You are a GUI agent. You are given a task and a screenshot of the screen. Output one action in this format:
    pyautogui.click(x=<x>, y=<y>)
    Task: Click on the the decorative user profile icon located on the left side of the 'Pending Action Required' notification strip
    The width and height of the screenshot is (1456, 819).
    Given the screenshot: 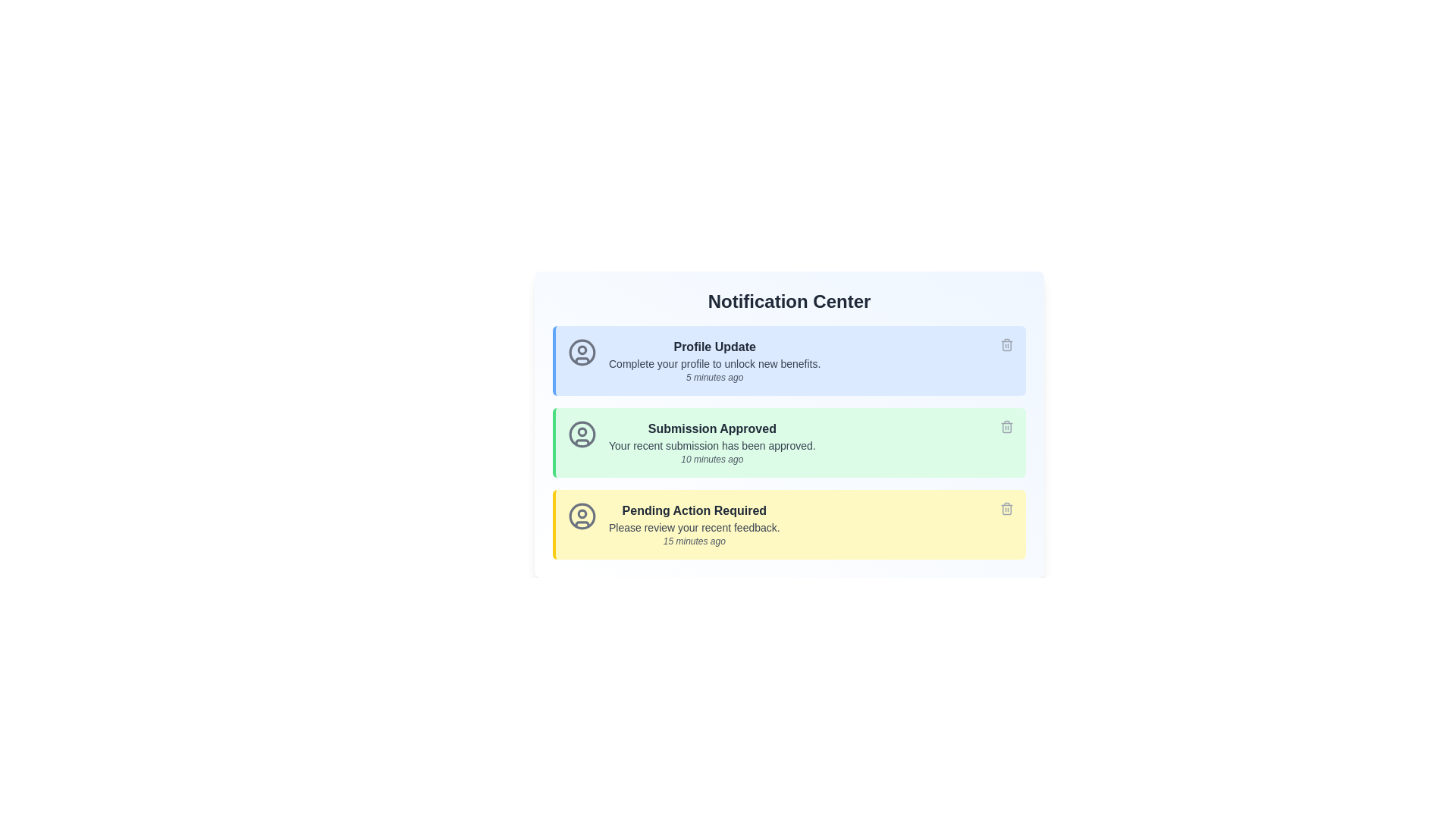 What is the action you would take?
    pyautogui.click(x=582, y=516)
    